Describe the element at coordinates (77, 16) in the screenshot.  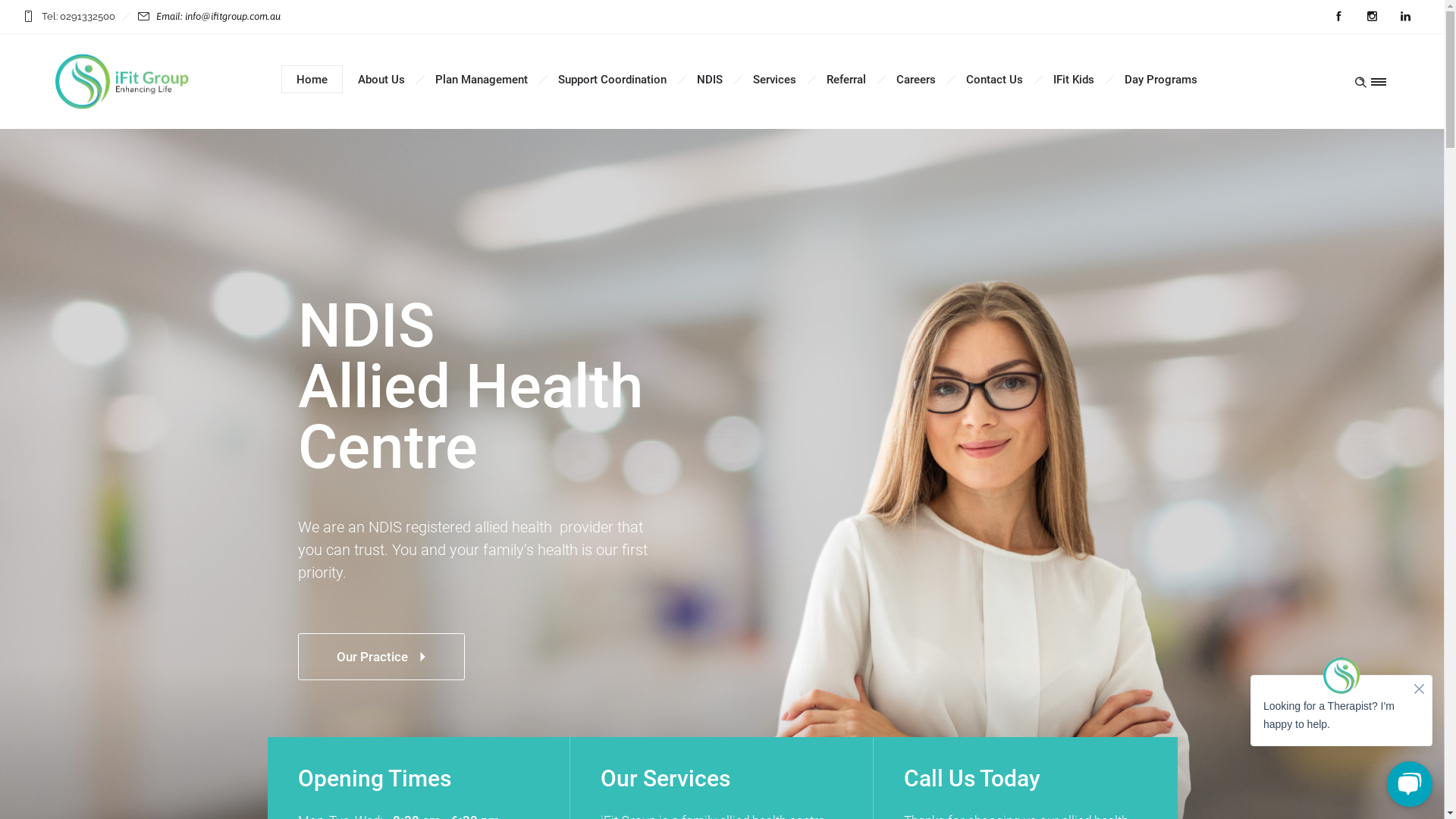
I see `'Tel: 0291332500'` at that location.